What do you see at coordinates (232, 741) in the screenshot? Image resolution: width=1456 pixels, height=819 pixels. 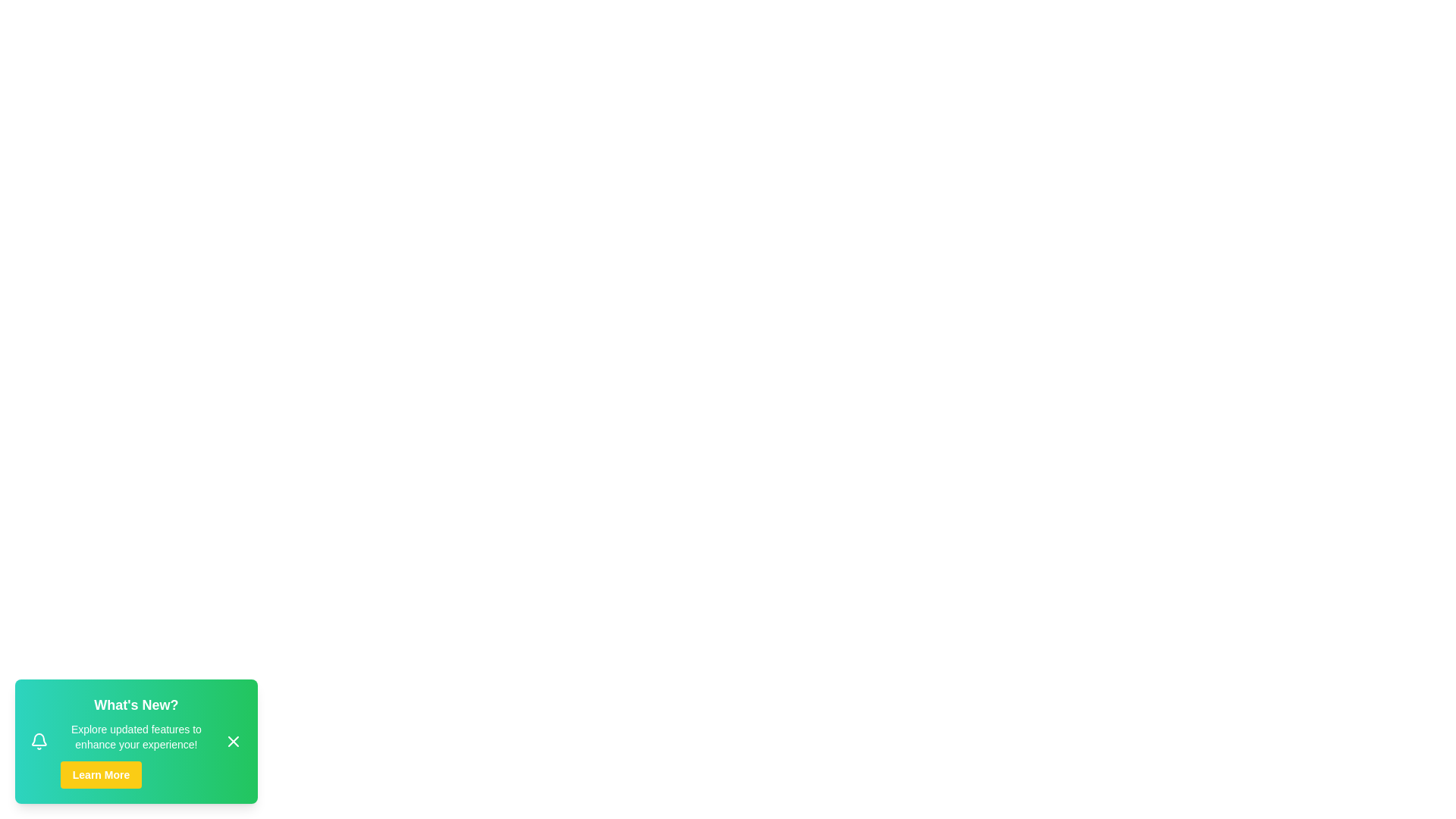 I see `the close button to observe the hover effect` at bounding box center [232, 741].